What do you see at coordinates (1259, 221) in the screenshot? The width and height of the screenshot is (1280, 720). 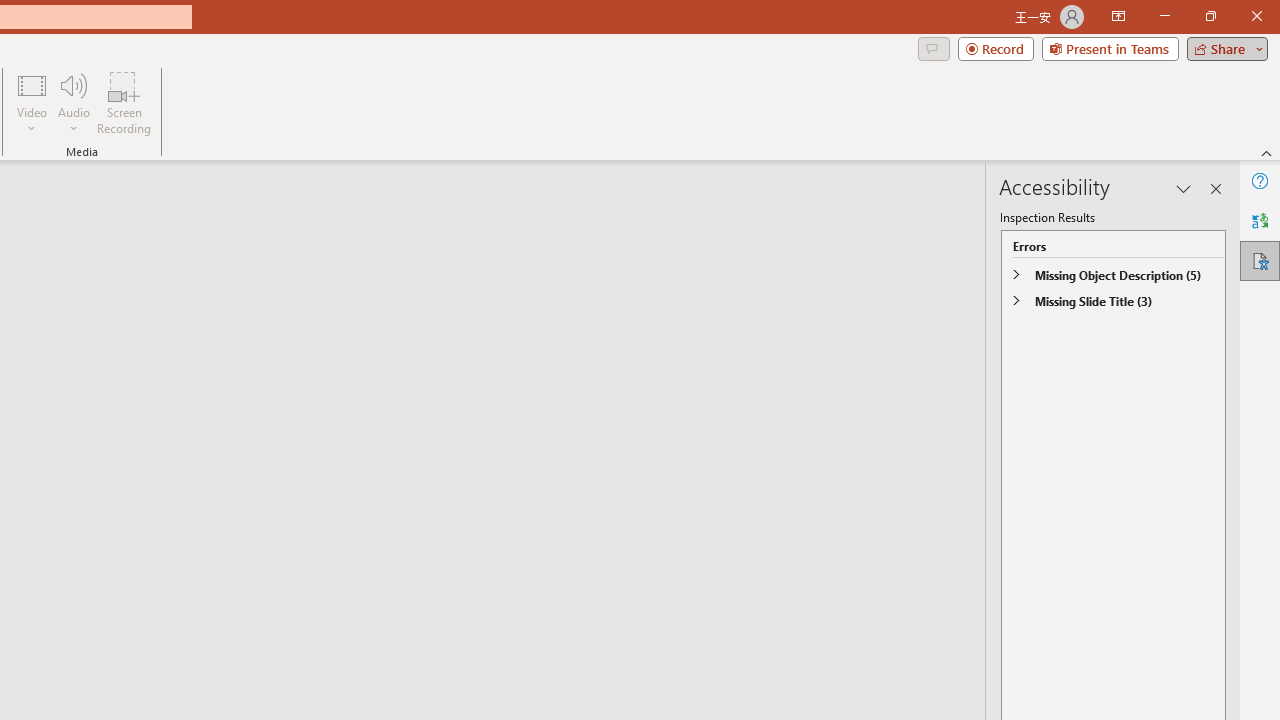 I see `'Translator'` at bounding box center [1259, 221].